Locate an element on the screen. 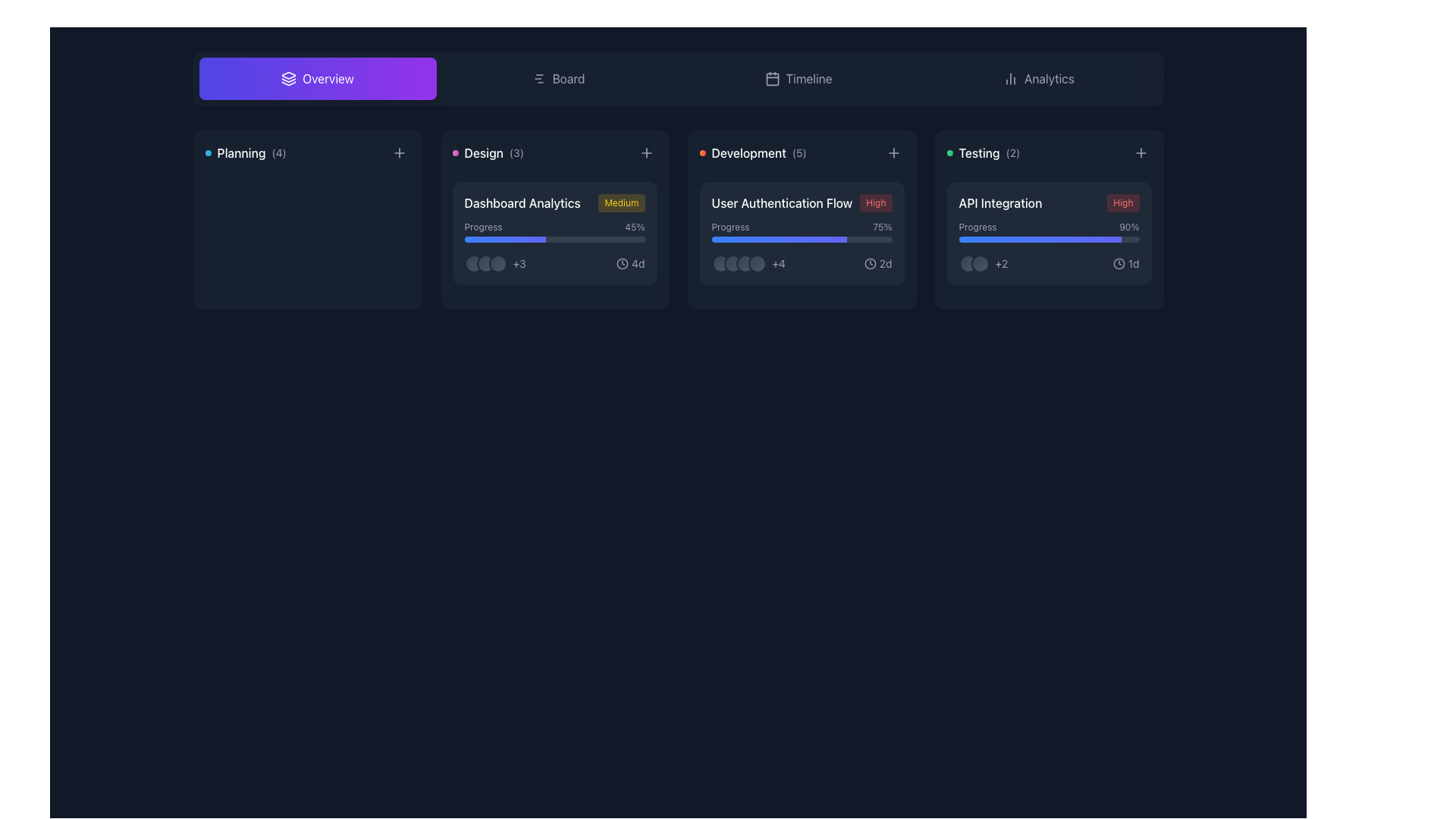  the clock icon located inside the 'User Authentication Flow' card in the 'Development' column, which is positioned immediately to the left of the text '2d' is located at coordinates (870, 262).